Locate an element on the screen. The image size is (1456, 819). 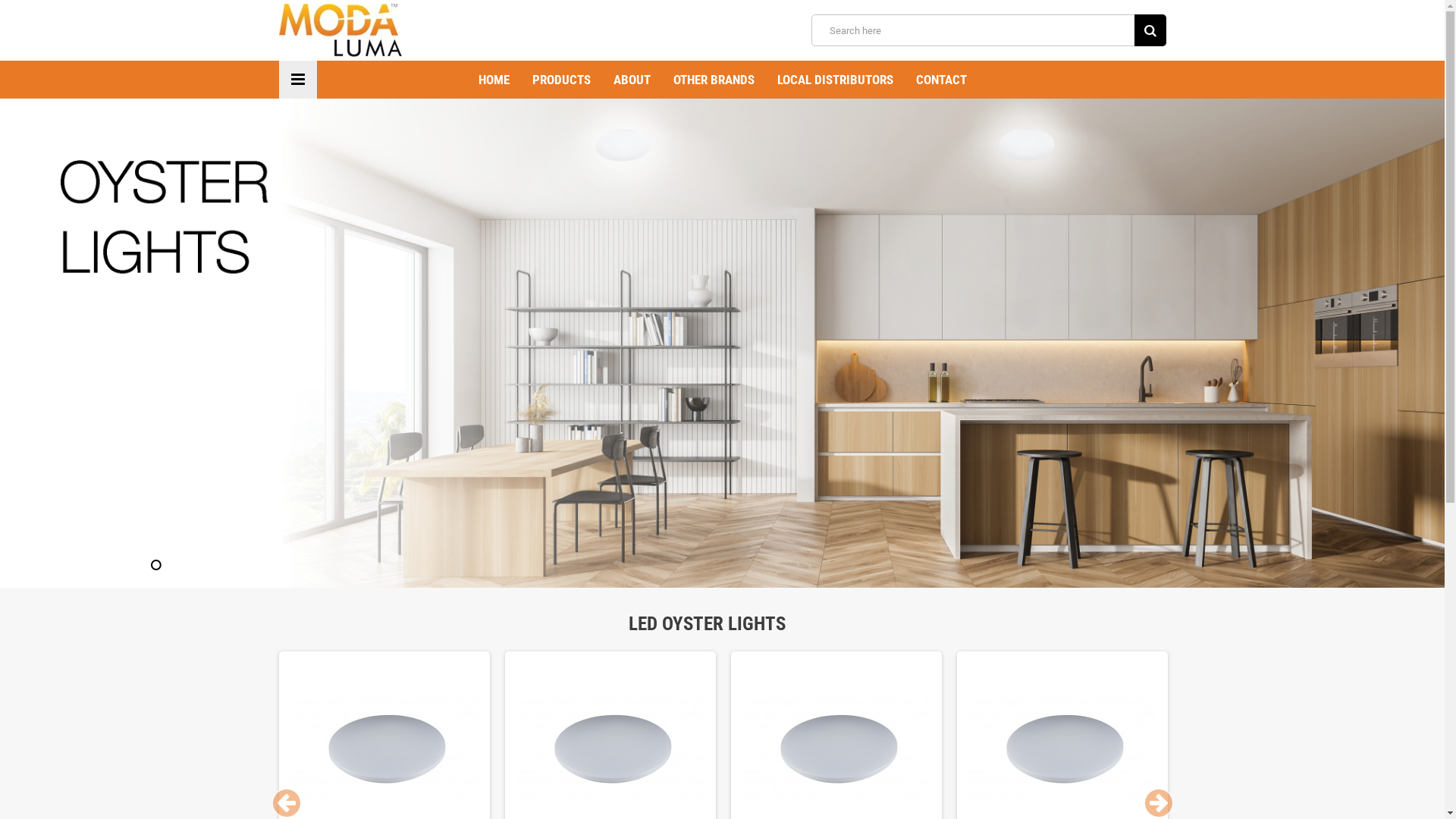
'LED OYSTER LIGHTS' is located at coordinates (721, 623).